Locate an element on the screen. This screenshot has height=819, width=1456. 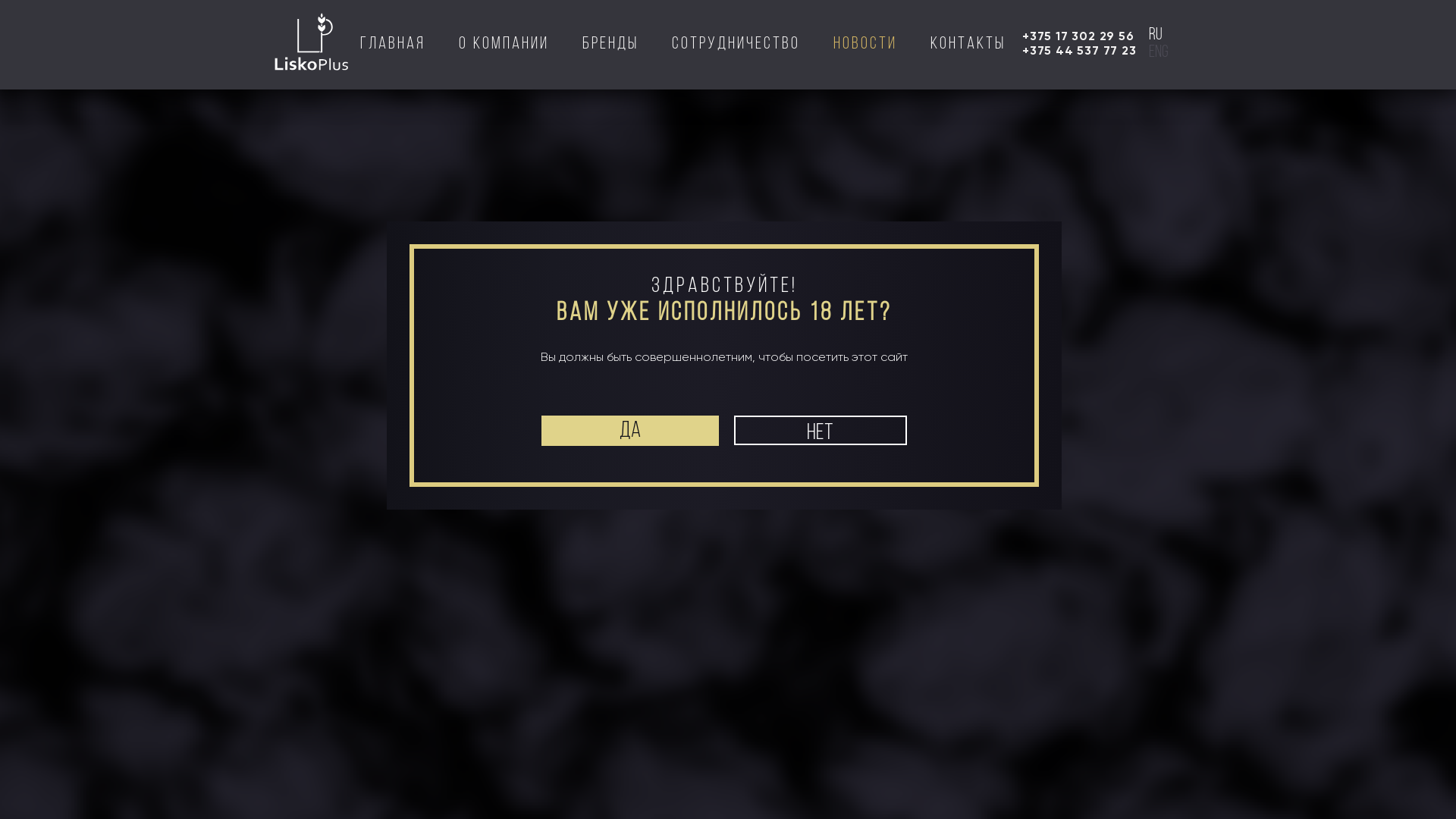
'+375 44 537 77 23' is located at coordinates (1078, 49).